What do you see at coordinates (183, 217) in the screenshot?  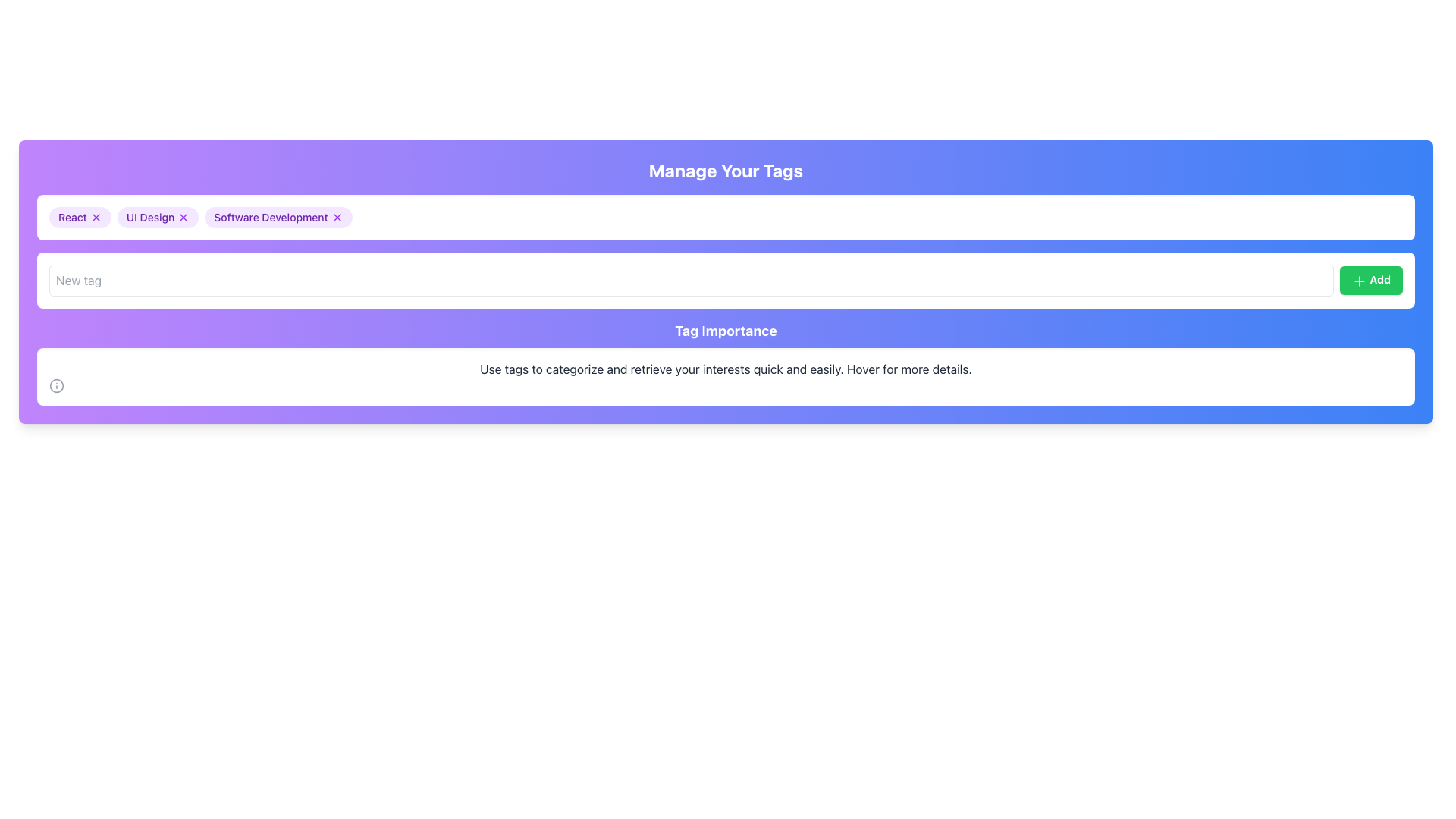 I see `the cross icon button that removes the 'UI Design' tag, located at the rightmost part of the tag above the text input` at bounding box center [183, 217].